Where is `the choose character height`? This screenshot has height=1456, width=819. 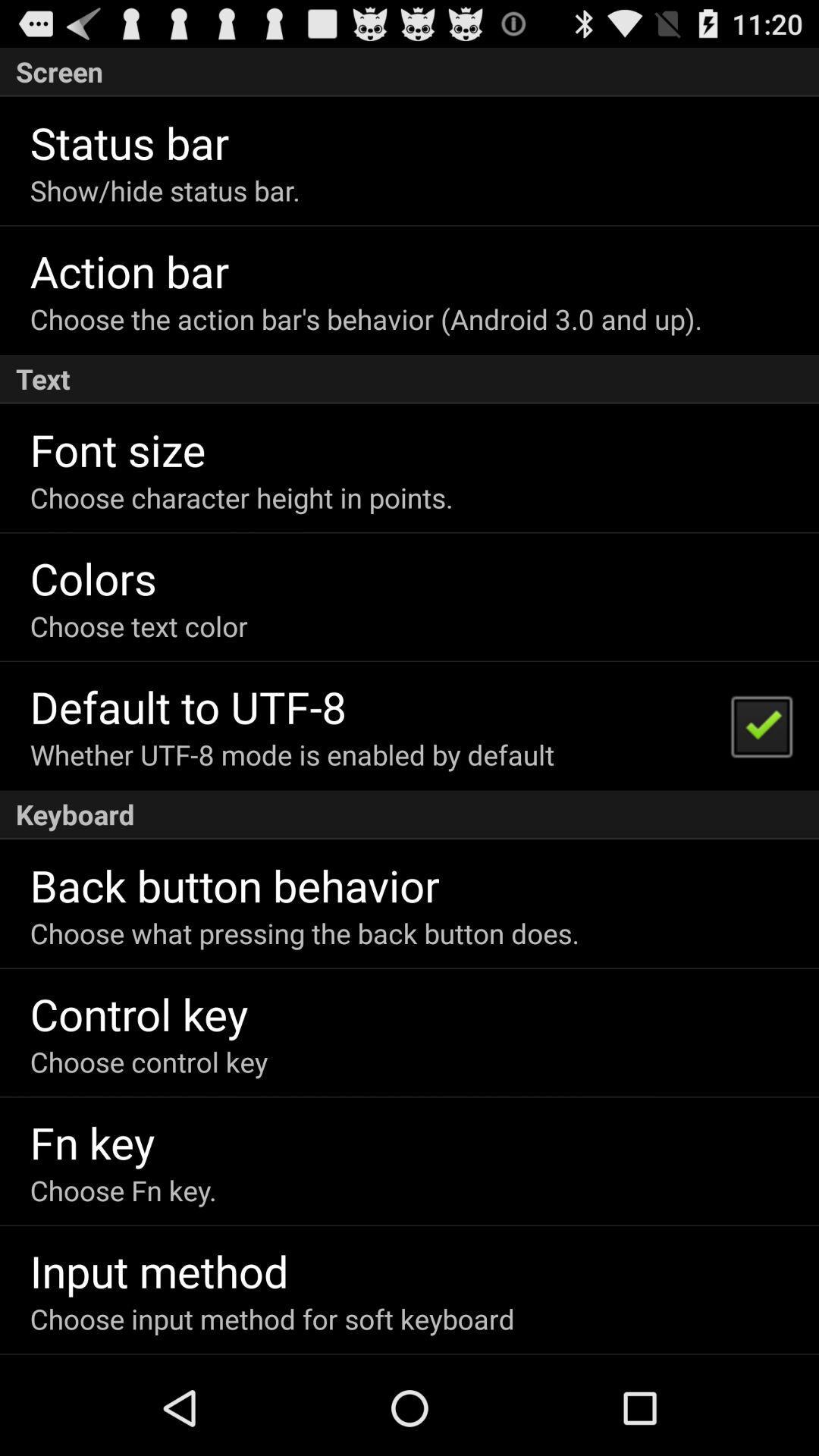
the choose character height is located at coordinates (240, 497).